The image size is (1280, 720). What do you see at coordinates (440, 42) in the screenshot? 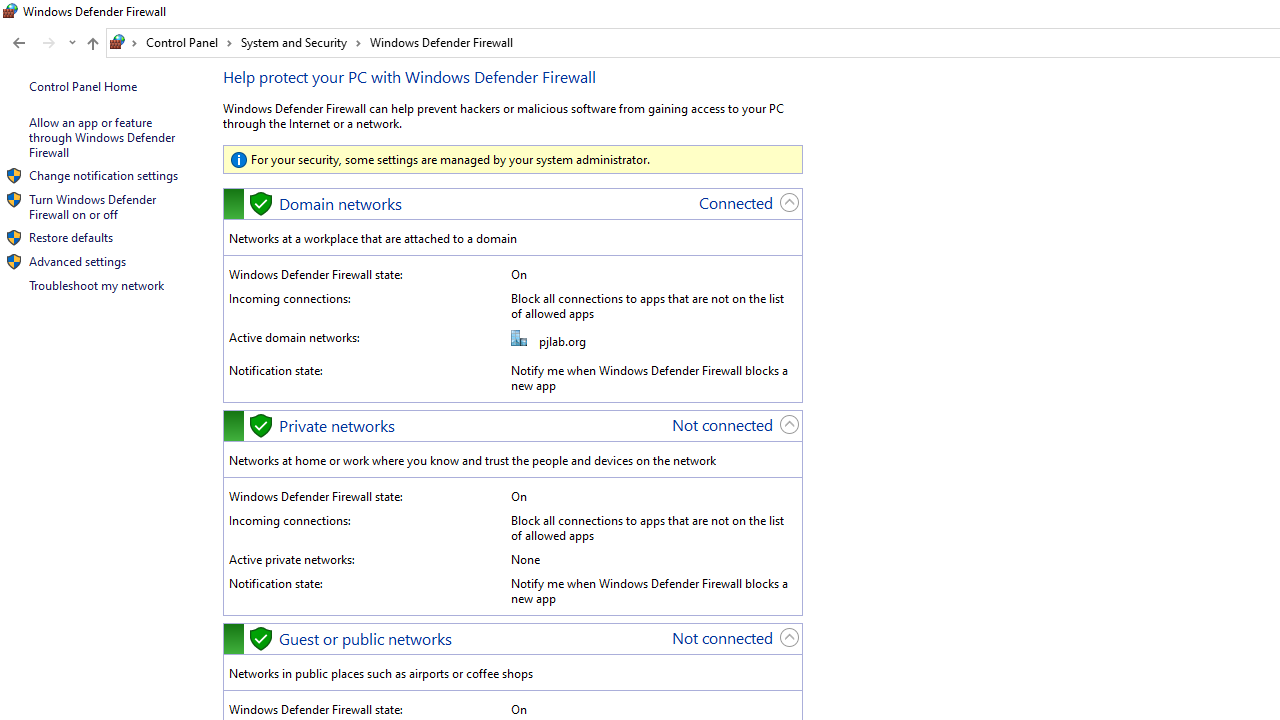
I see `'Windows Defender Firewall'` at bounding box center [440, 42].